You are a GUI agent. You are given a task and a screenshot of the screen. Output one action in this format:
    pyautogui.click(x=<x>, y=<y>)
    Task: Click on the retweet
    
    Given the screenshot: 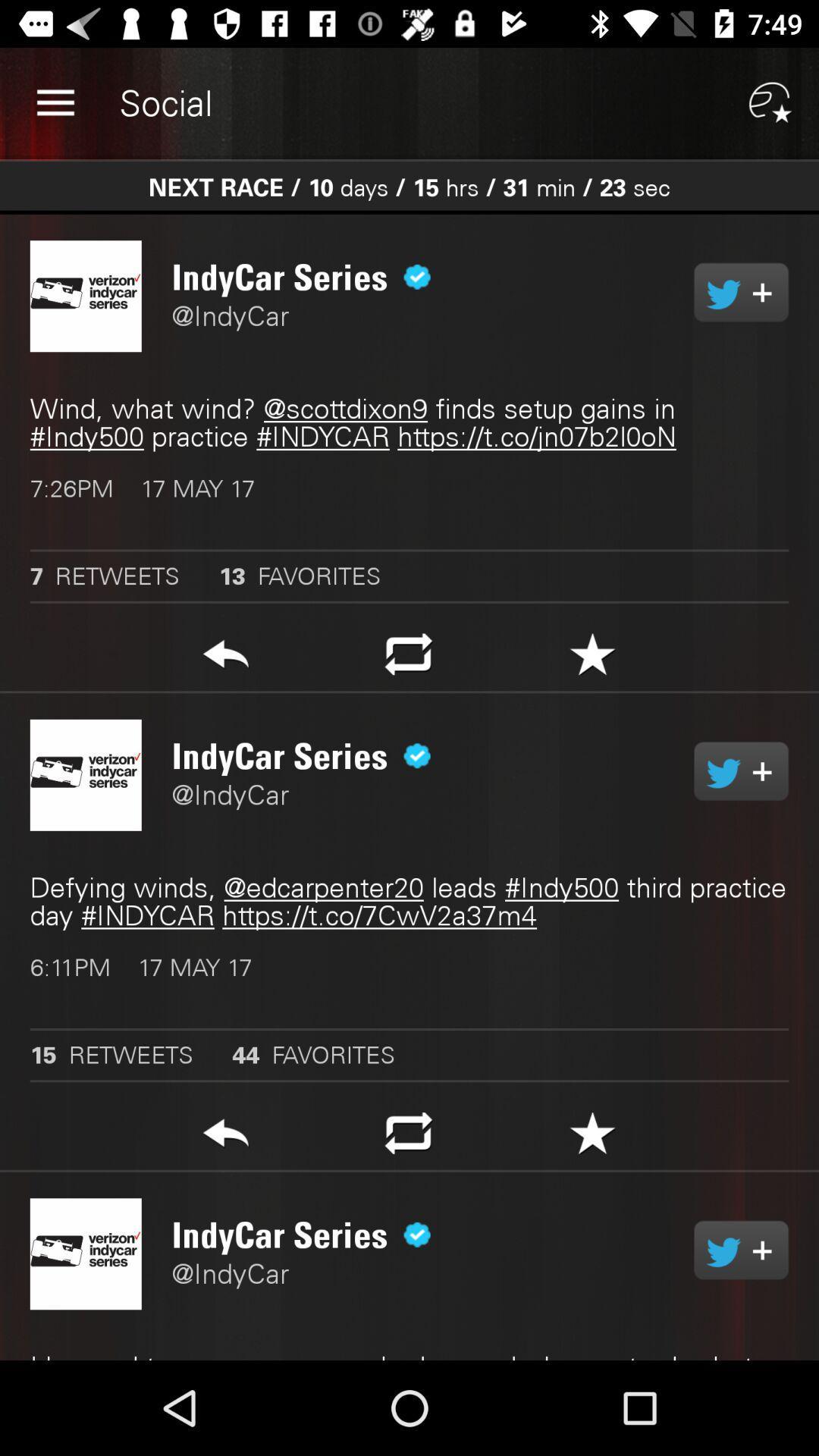 What is the action you would take?
    pyautogui.click(x=740, y=1250)
    